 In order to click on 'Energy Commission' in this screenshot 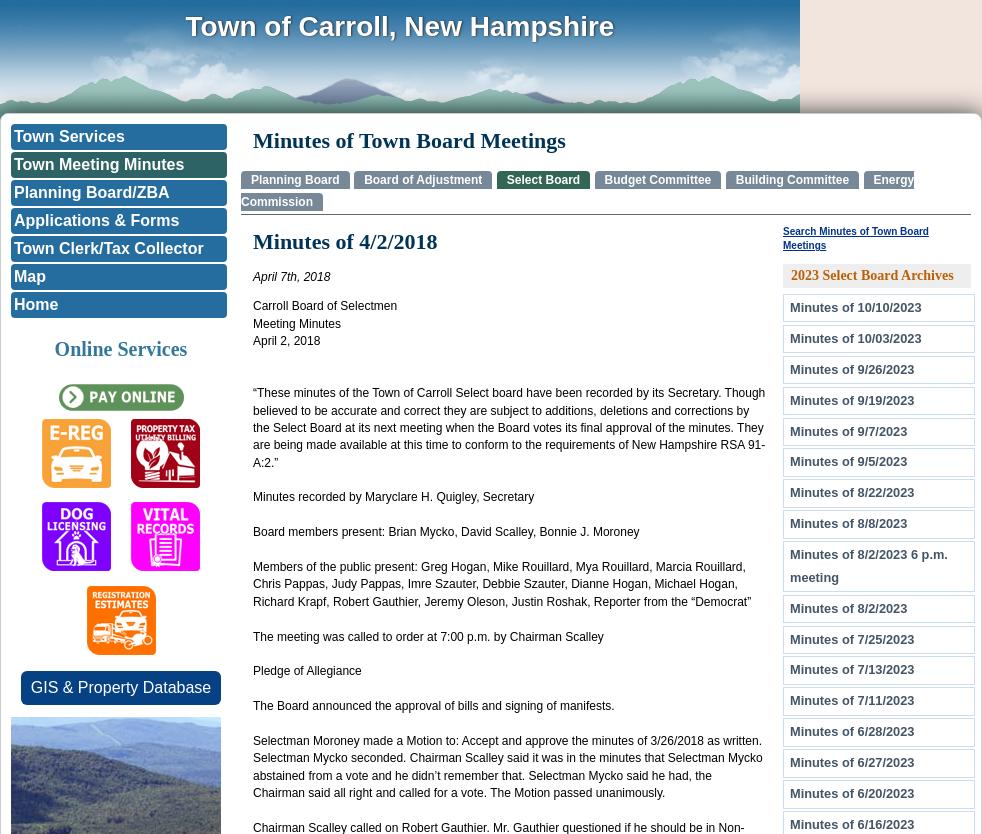, I will do `click(576, 190)`.